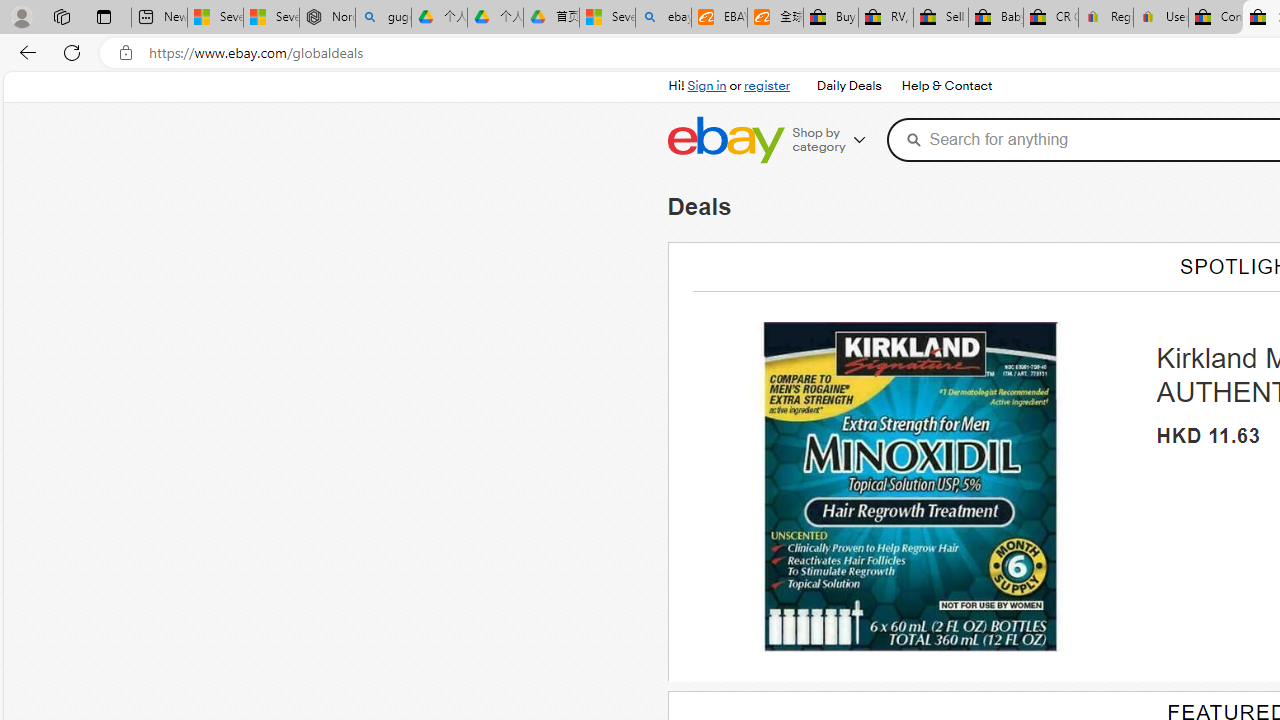 Image resolution: width=1280 pixels, height=720 pixels. Describe the element at coordinates (848, 85) in the screenshot. I see `'Daily Deals'` at that location.